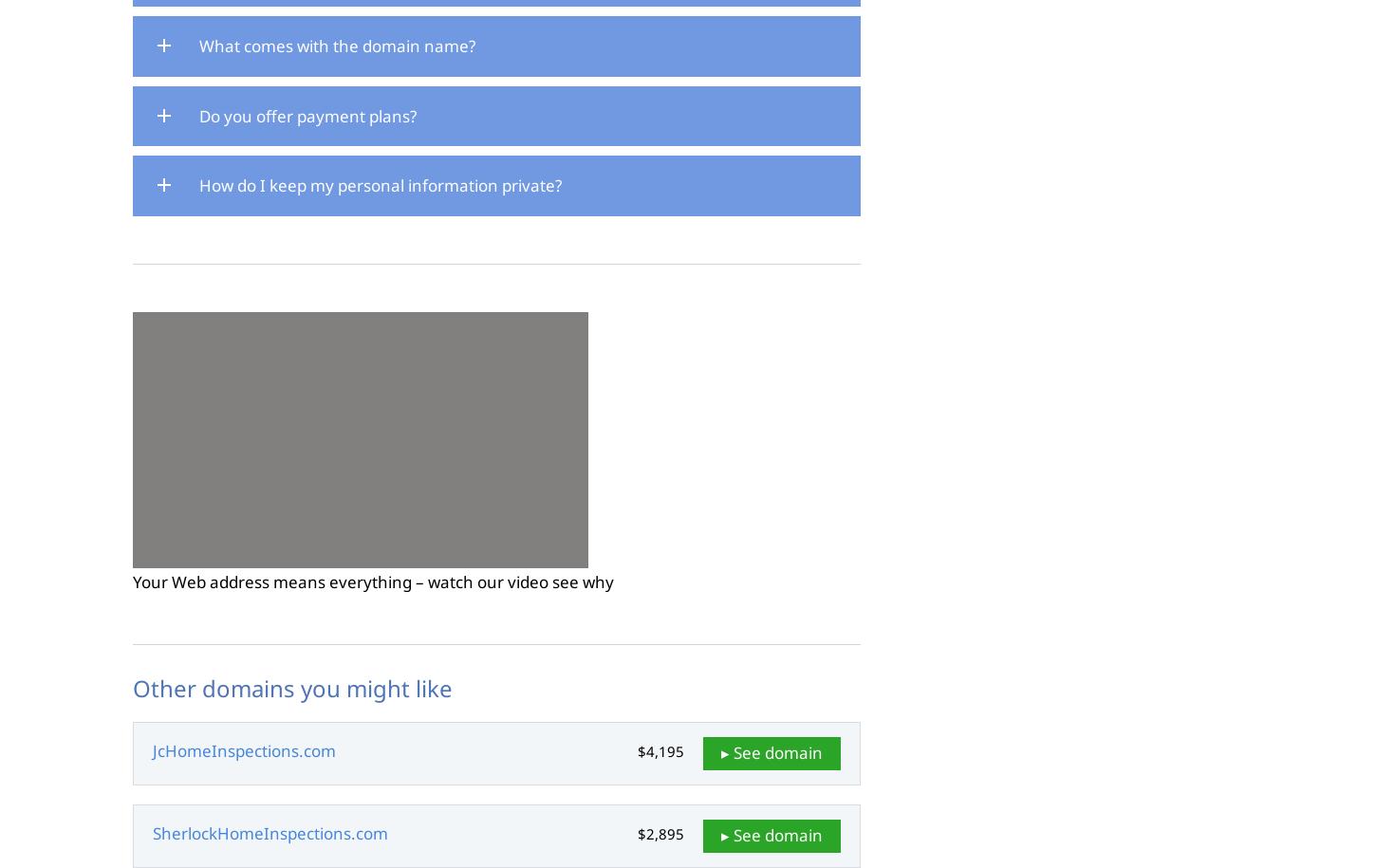  What do you see at coordinates (372, 582) in the screenshot?
I see `'Your Web address means everything – watch our video see why'` at bounding box center [372, 582].